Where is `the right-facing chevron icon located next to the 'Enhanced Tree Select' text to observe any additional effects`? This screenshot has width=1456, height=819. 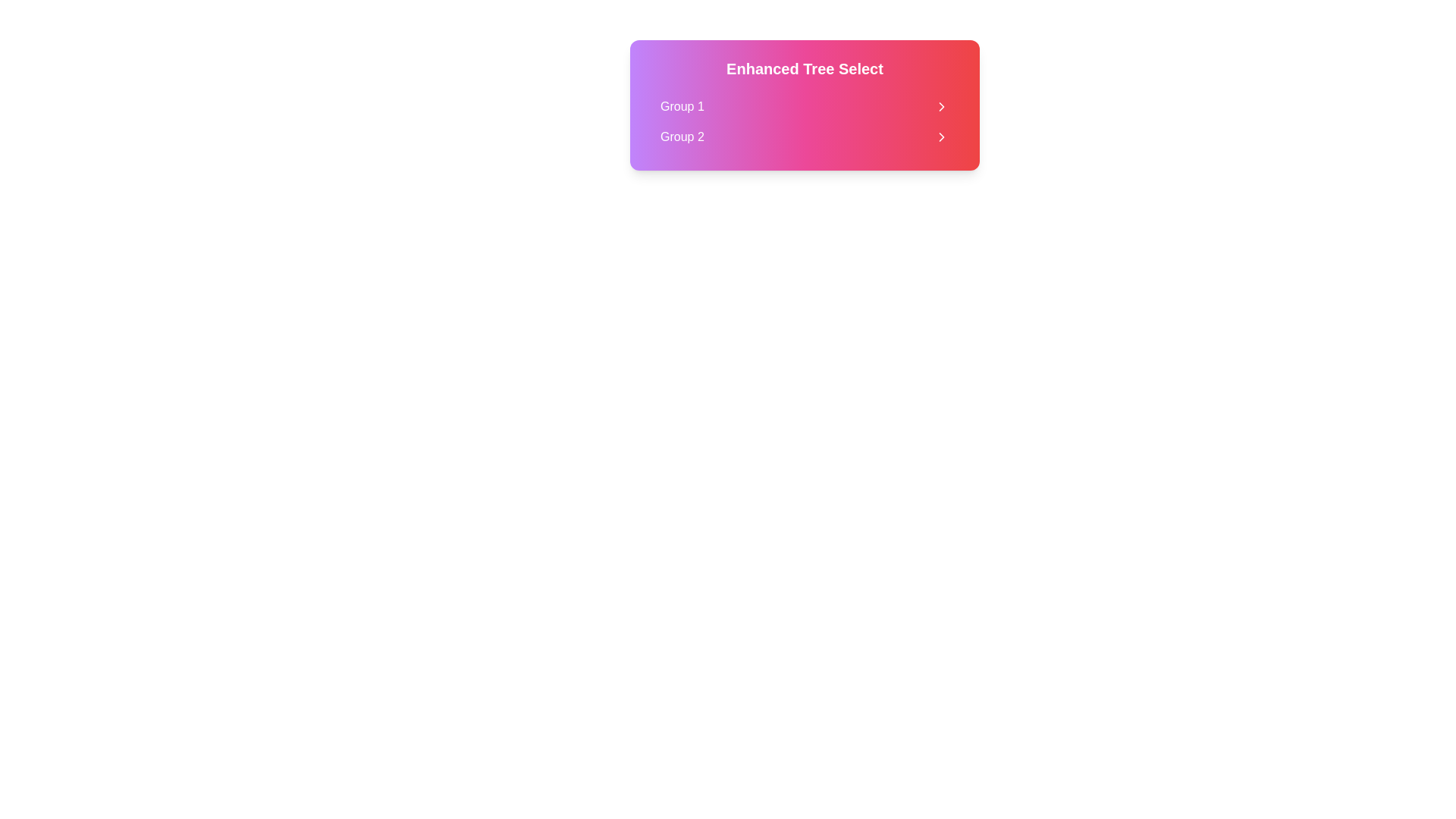
the right-facing chevron icon located next to the 'Enhanced Tree Select' text to observe any additional effects is located at coordinates (941, 106).